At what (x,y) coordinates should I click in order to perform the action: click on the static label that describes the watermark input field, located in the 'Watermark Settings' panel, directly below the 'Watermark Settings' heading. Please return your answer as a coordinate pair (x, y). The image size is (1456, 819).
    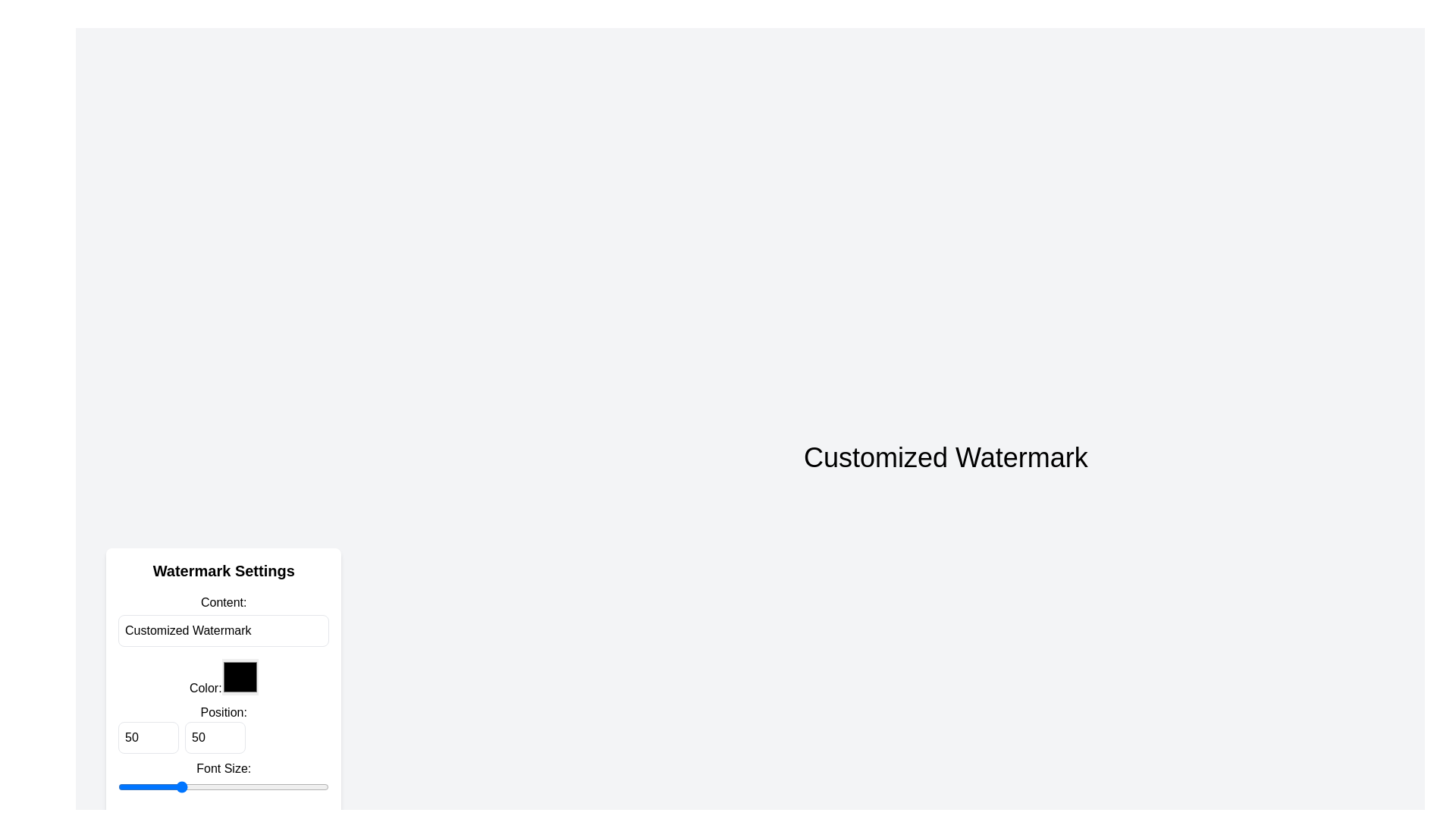
    Looking at the image, I should click on (223, 620).